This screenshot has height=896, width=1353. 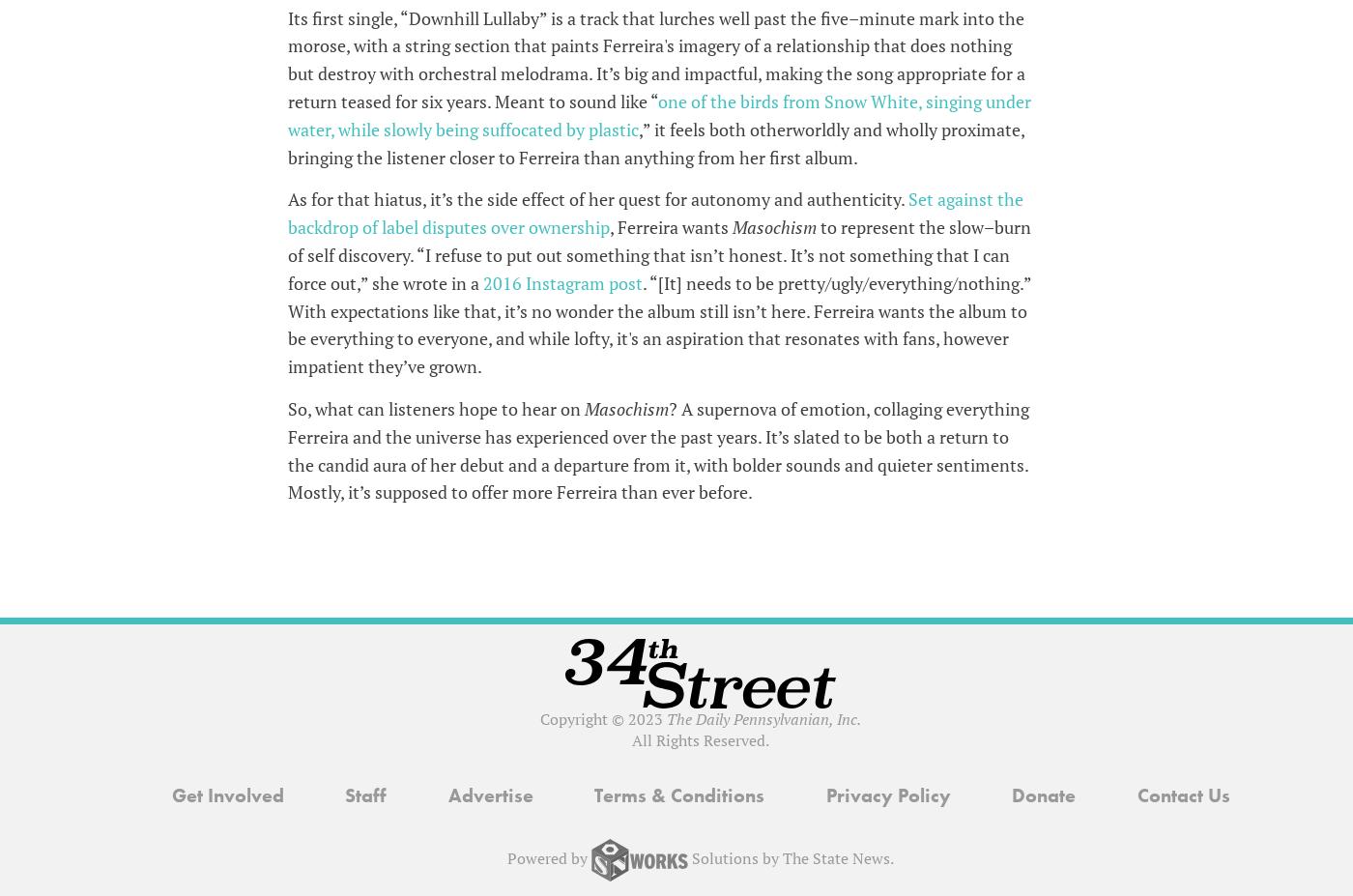 I want to click on 'Its first single, “Downhill Lullaby” is a track that lurches well past the five–minute mark into the morose, with a string section that paints Ferreira's imagery of a relationship that does nothing but destroy with orchestral melodrama. It’s big and impactful, making the song appropriate for a return teased for six years. Meant to sound like “', so click(x=655, y=57).